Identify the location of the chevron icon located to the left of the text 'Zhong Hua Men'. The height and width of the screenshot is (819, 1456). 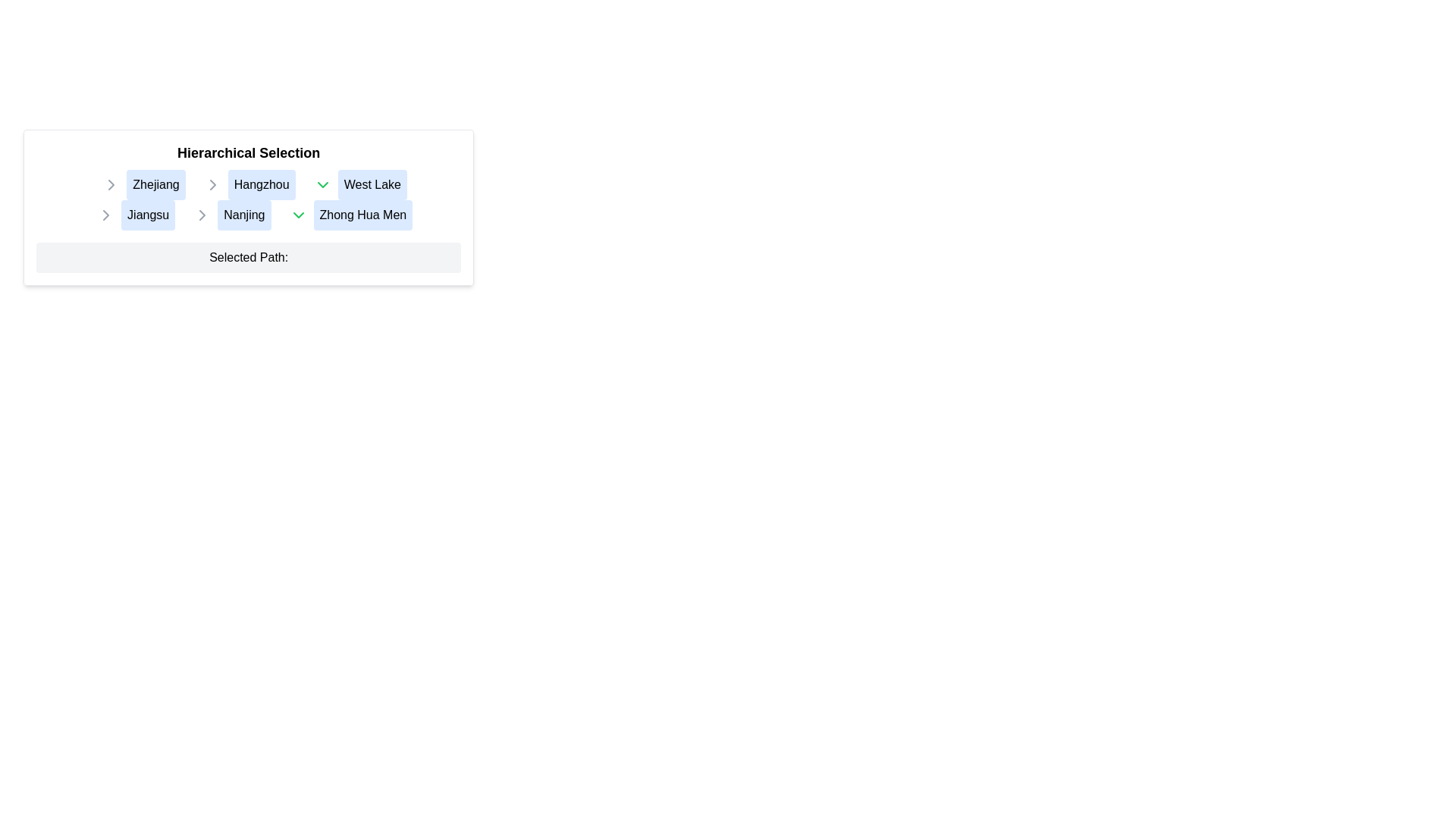
(298, 215).